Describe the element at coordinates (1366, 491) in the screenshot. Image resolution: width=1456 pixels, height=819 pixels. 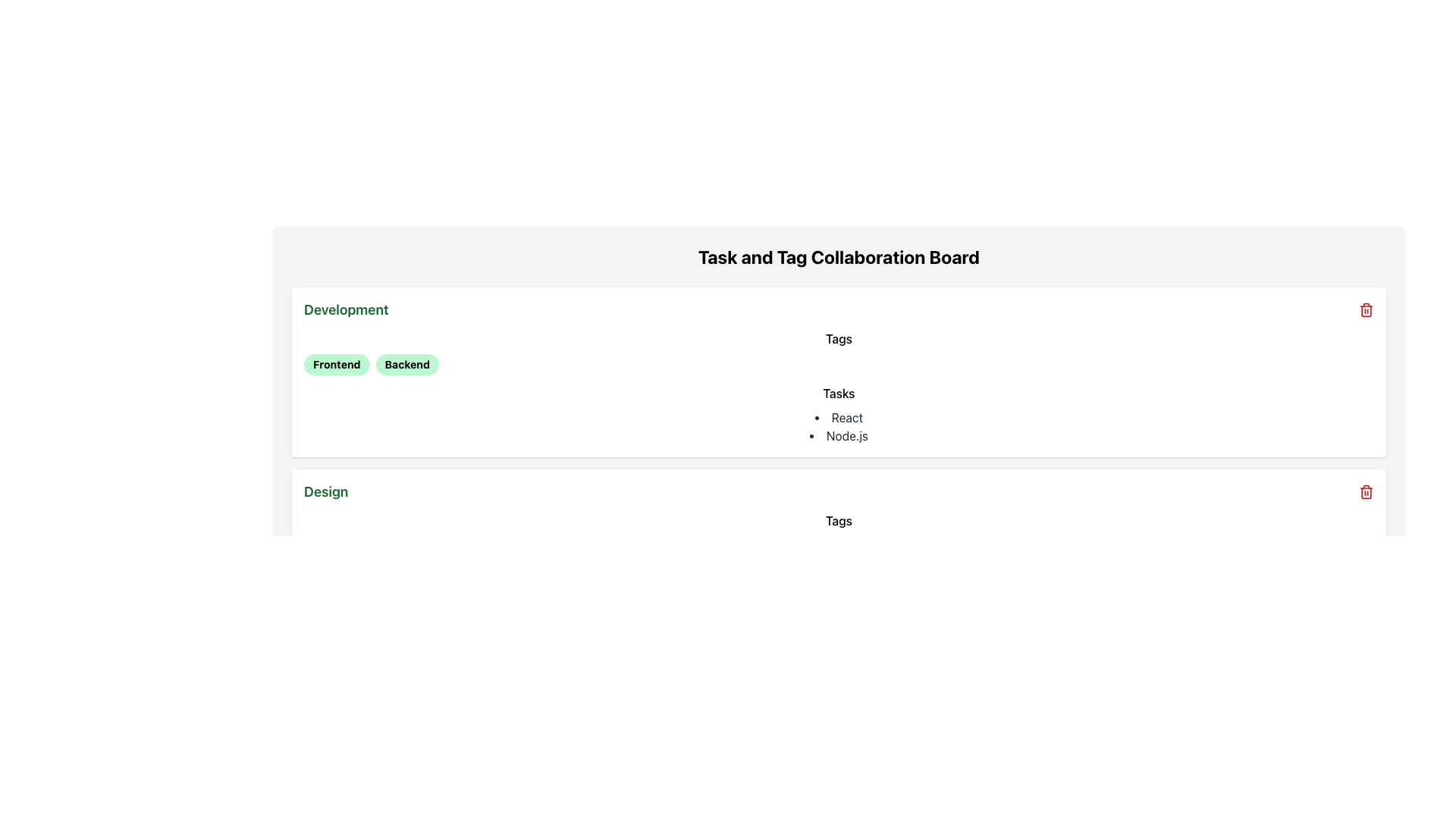
I see `the interactive delete icon located to the far right of the 'Design' section` at that location.